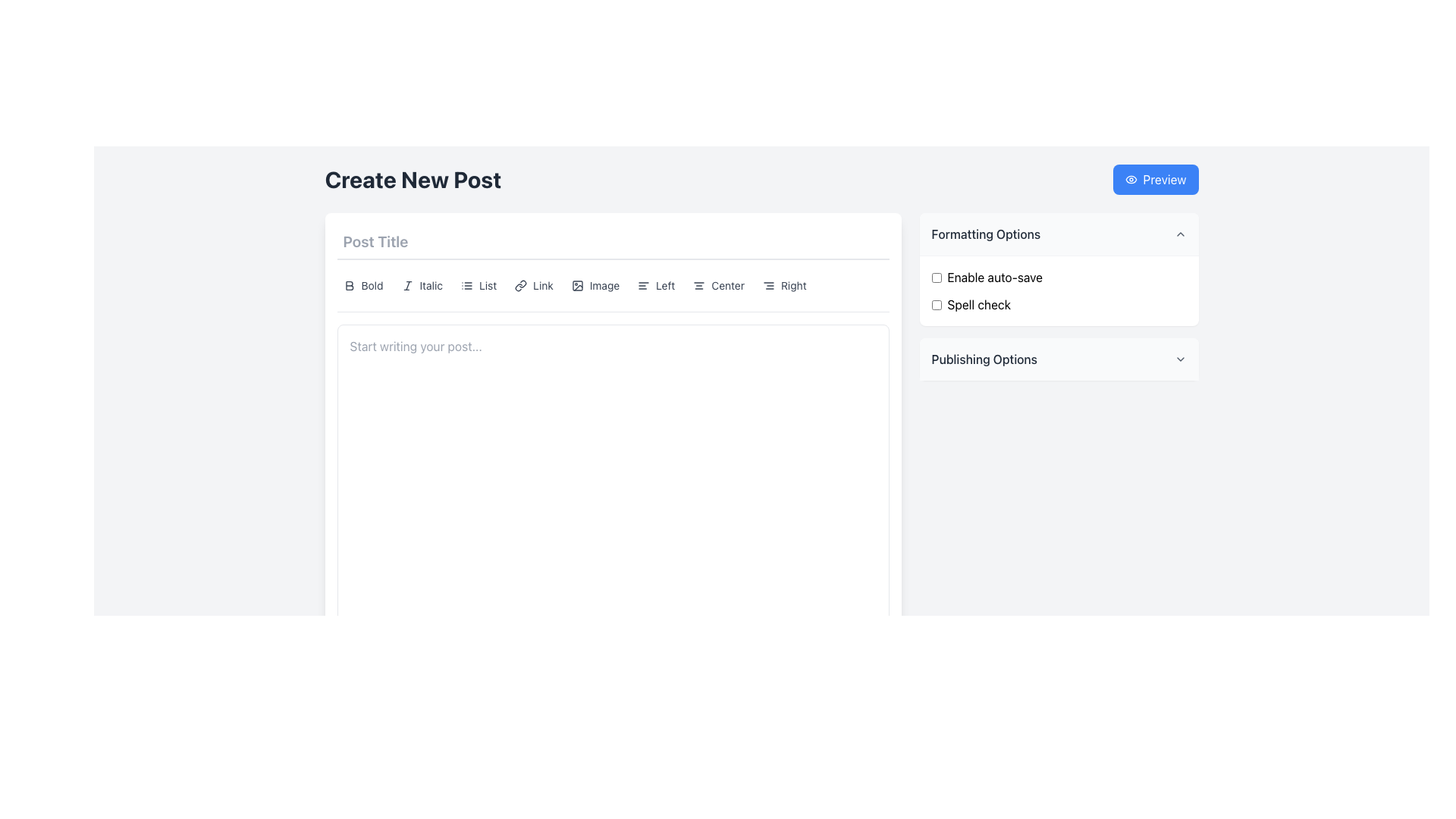 The width and height of the screenshot is (1456, 819). I want to click on the 'Italic' button with an italicized 'I' icon, so click(422, 286).